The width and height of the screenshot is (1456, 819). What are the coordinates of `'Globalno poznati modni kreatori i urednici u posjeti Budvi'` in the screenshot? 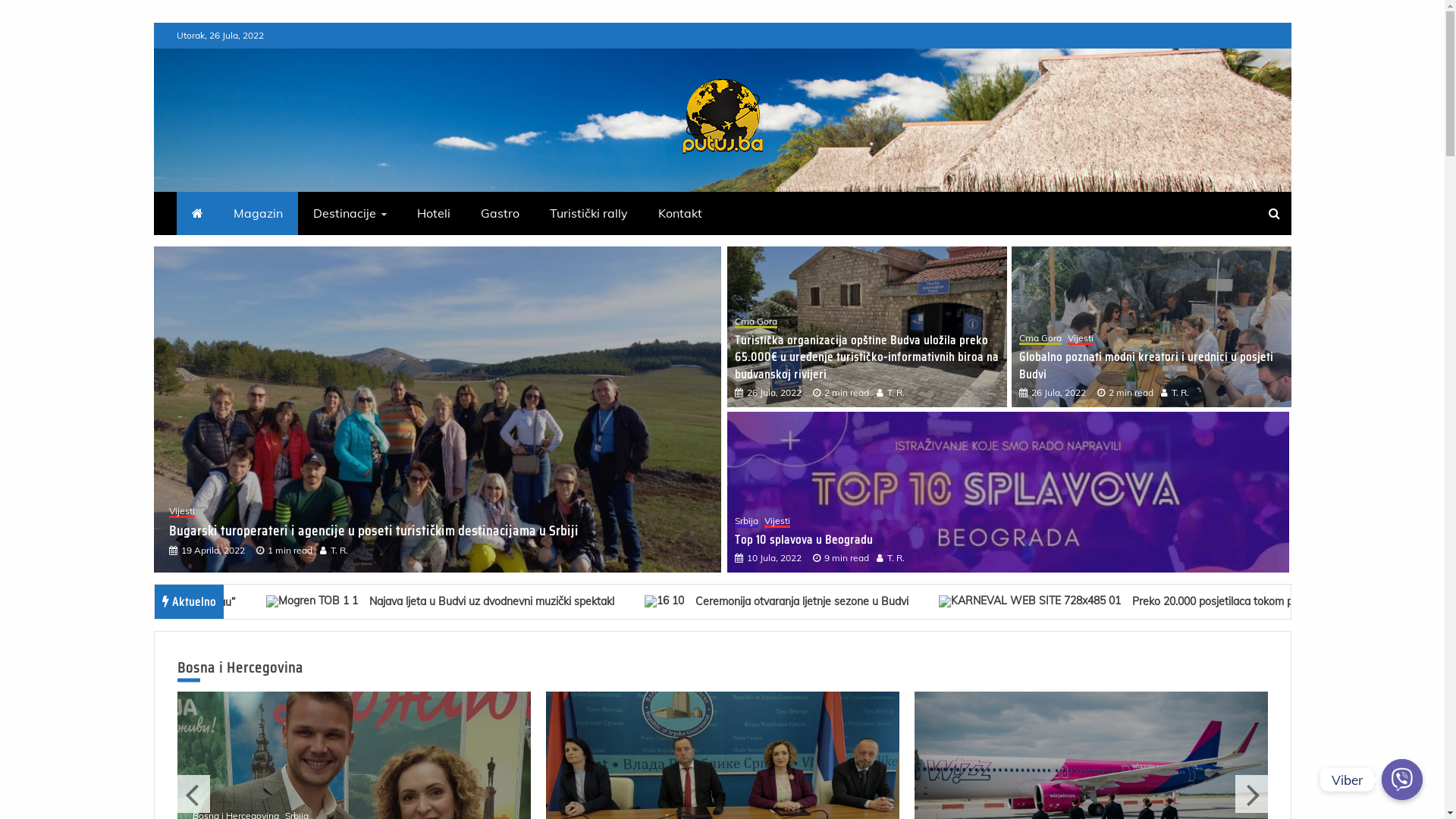 It's located at (1146, 365).